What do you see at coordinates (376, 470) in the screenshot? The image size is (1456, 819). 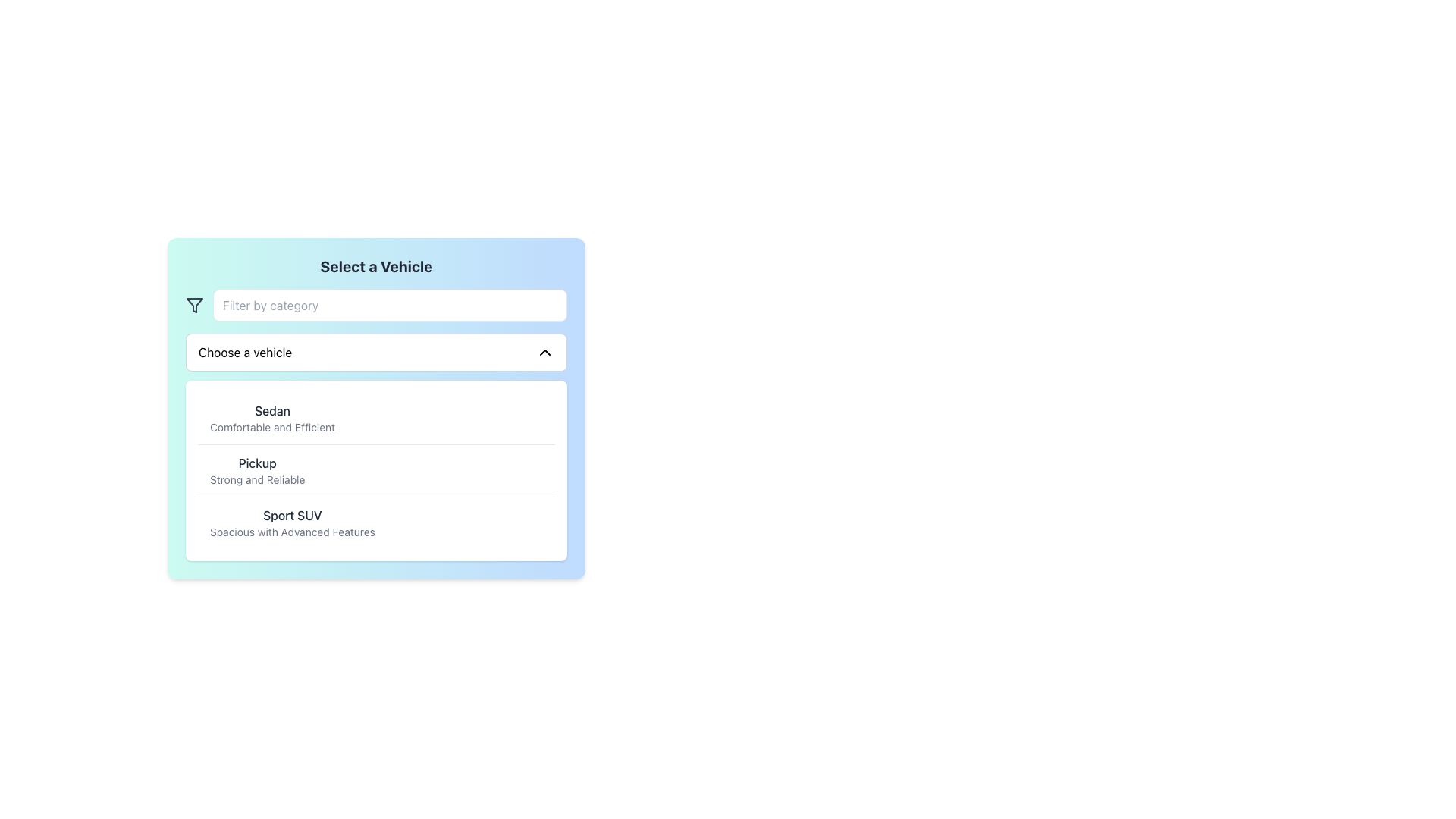 I see `the second list item labeled 'Pickup' with the description 'Strong and Reliable'` at bounding box center [376, 470].